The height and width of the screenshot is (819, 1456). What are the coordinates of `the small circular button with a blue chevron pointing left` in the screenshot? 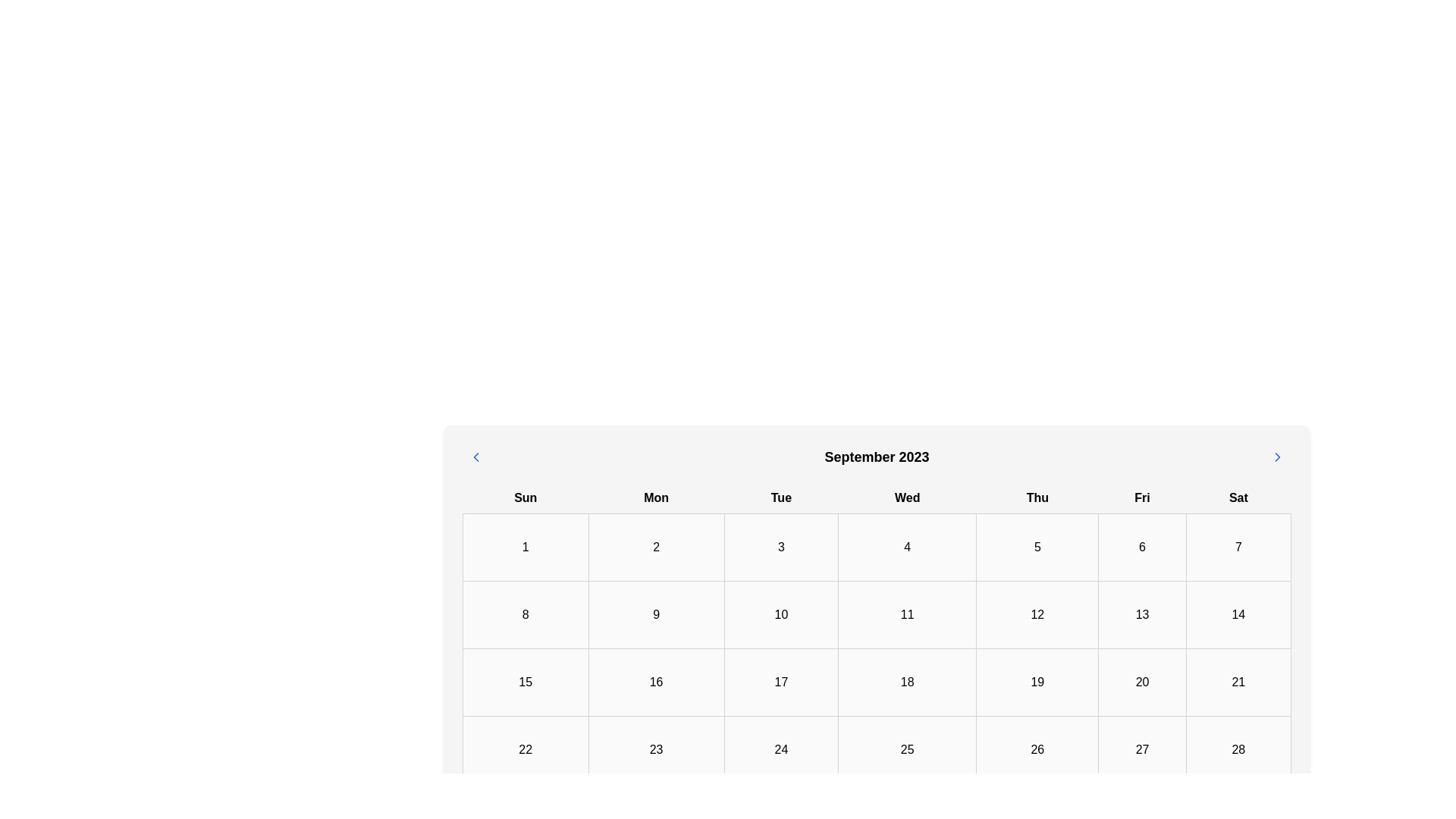 It's located at (475, 456).